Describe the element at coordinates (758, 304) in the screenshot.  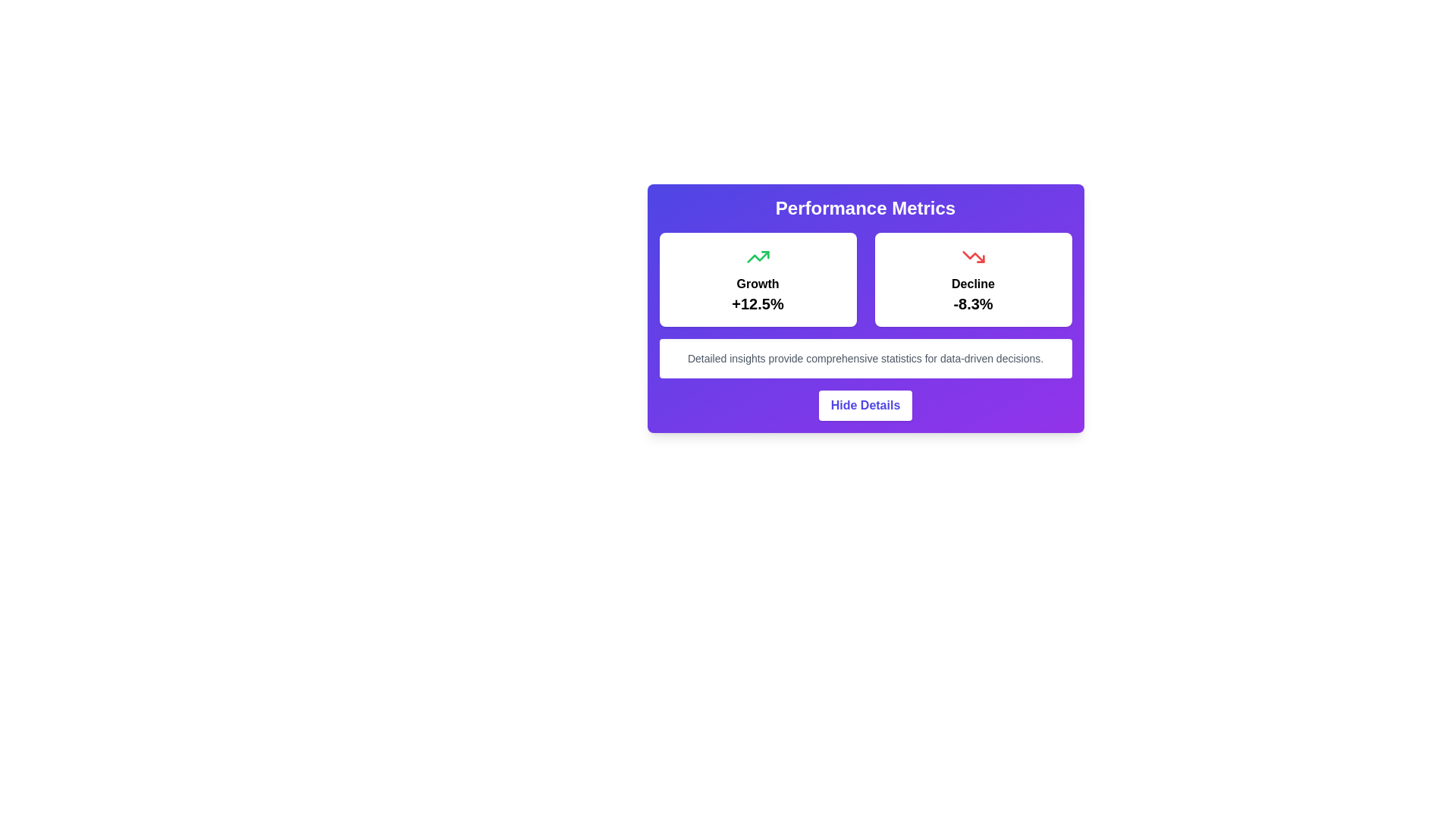
I see `the text label displaying '+12.5%' which is styled for emphasis and positioned below the 'Growth' label in the growth indicator card` at that location.